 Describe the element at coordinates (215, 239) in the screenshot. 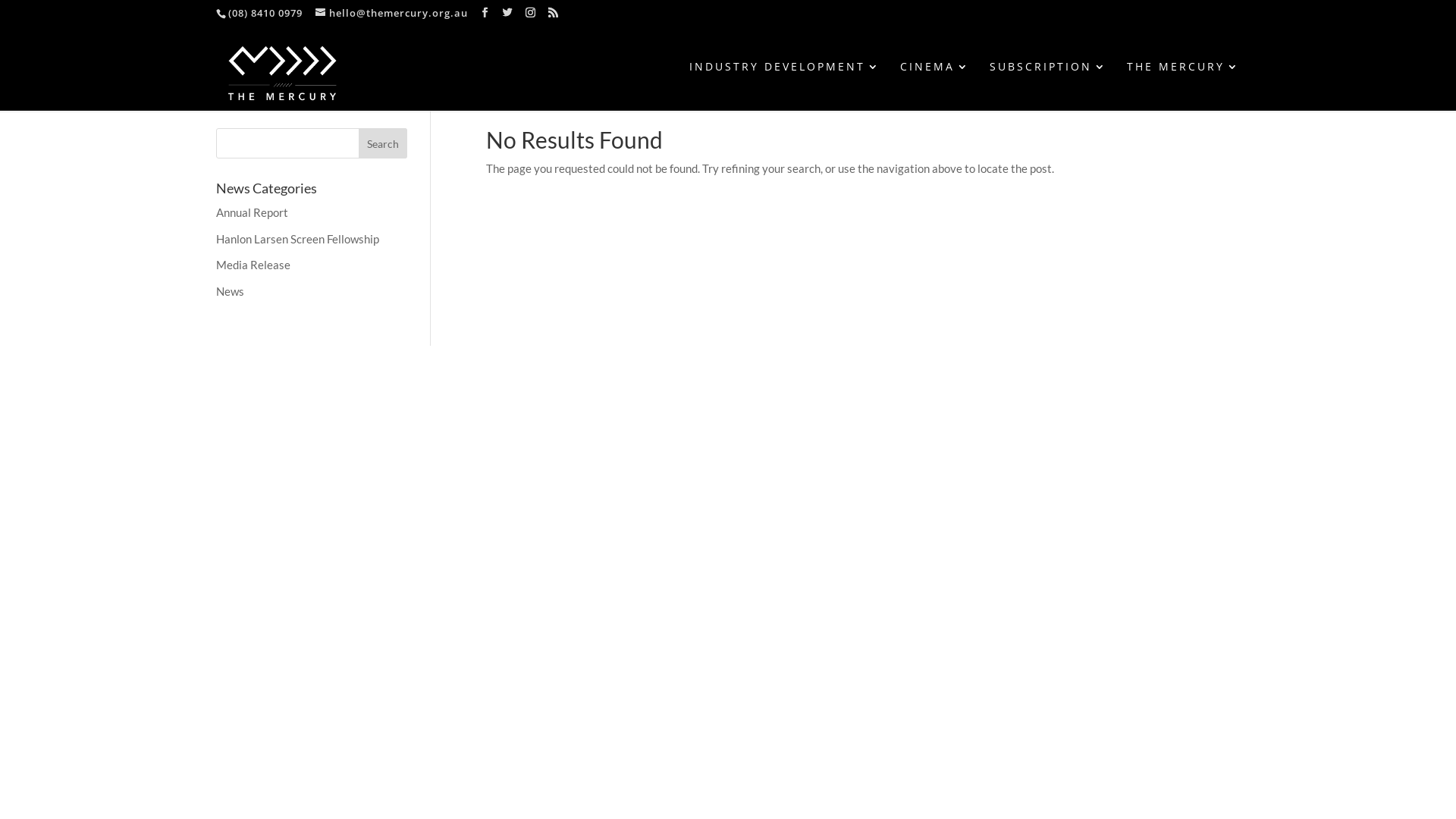

I see `'Hanlon Larsen Screen Fellowship'` at that location.